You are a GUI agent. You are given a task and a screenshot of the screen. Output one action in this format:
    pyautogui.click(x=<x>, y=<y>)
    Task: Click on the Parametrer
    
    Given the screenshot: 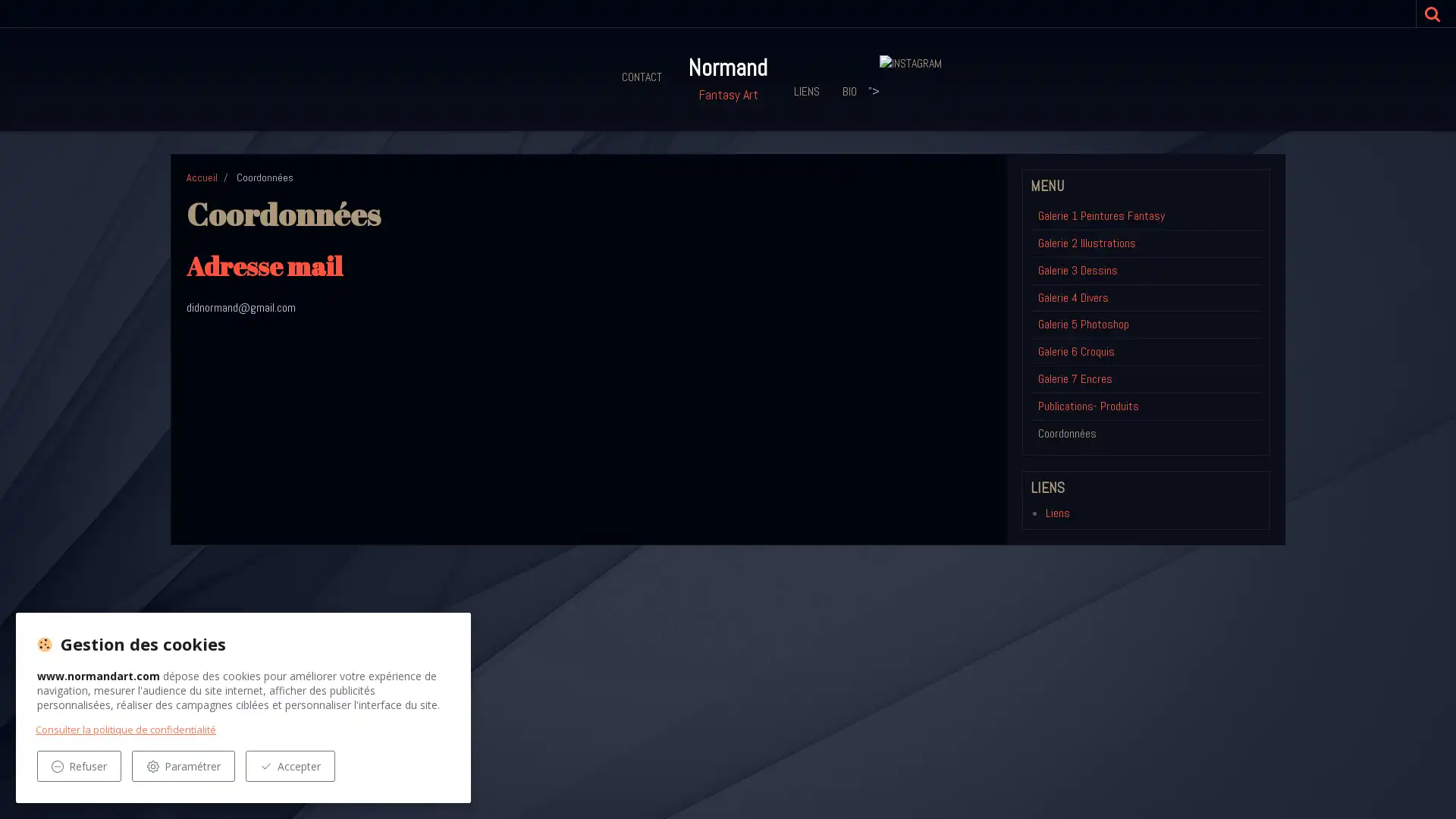 What is the action you would take?
    pyautogui.click(x=182, y=766)
    